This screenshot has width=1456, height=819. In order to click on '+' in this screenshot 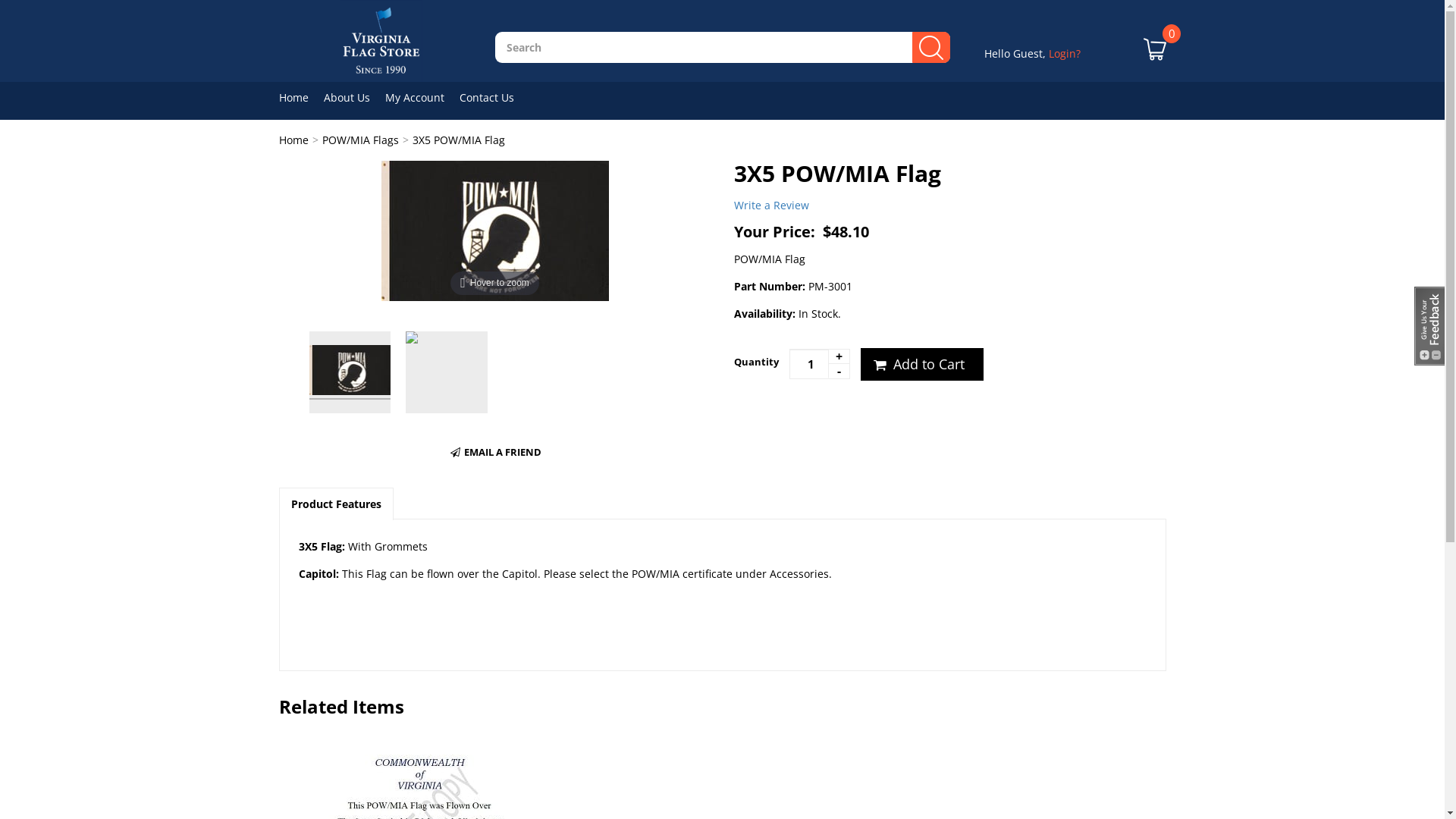, I will do `click(837, 356)`.